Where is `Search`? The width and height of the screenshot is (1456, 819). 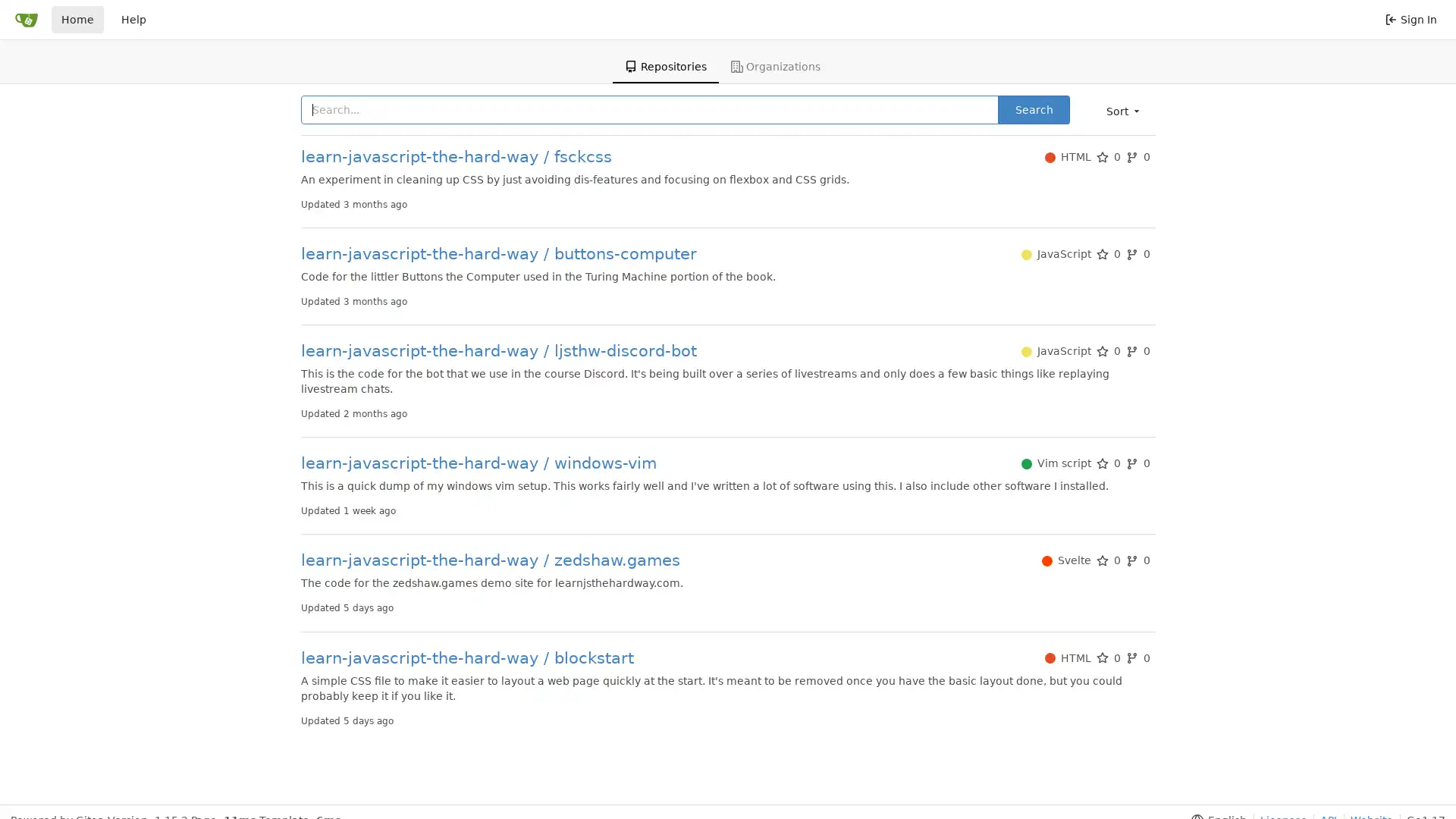 Search is located at coordinates (1033, 109).